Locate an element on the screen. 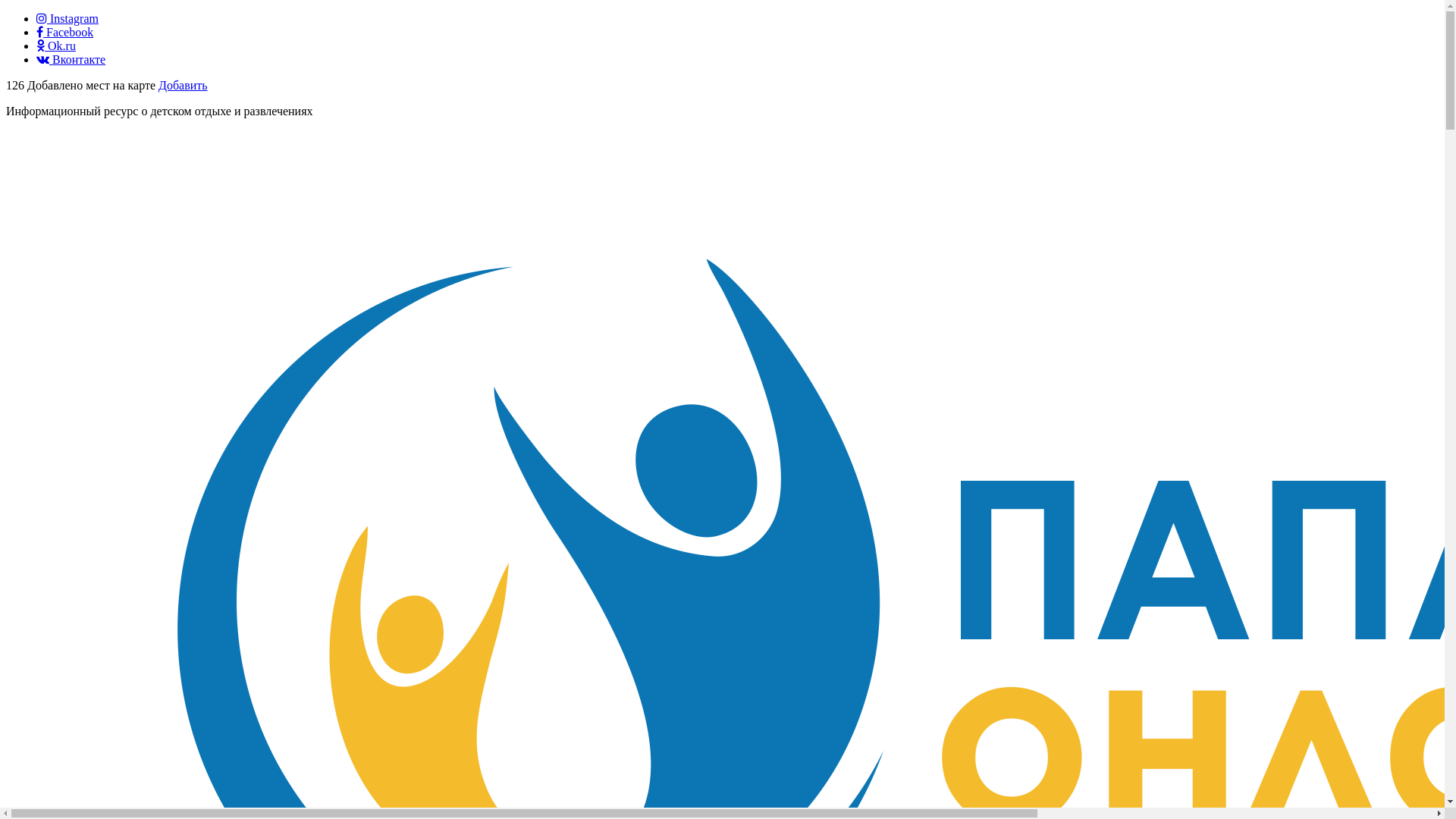  'Instagram' is located at coordinates (36, 18).